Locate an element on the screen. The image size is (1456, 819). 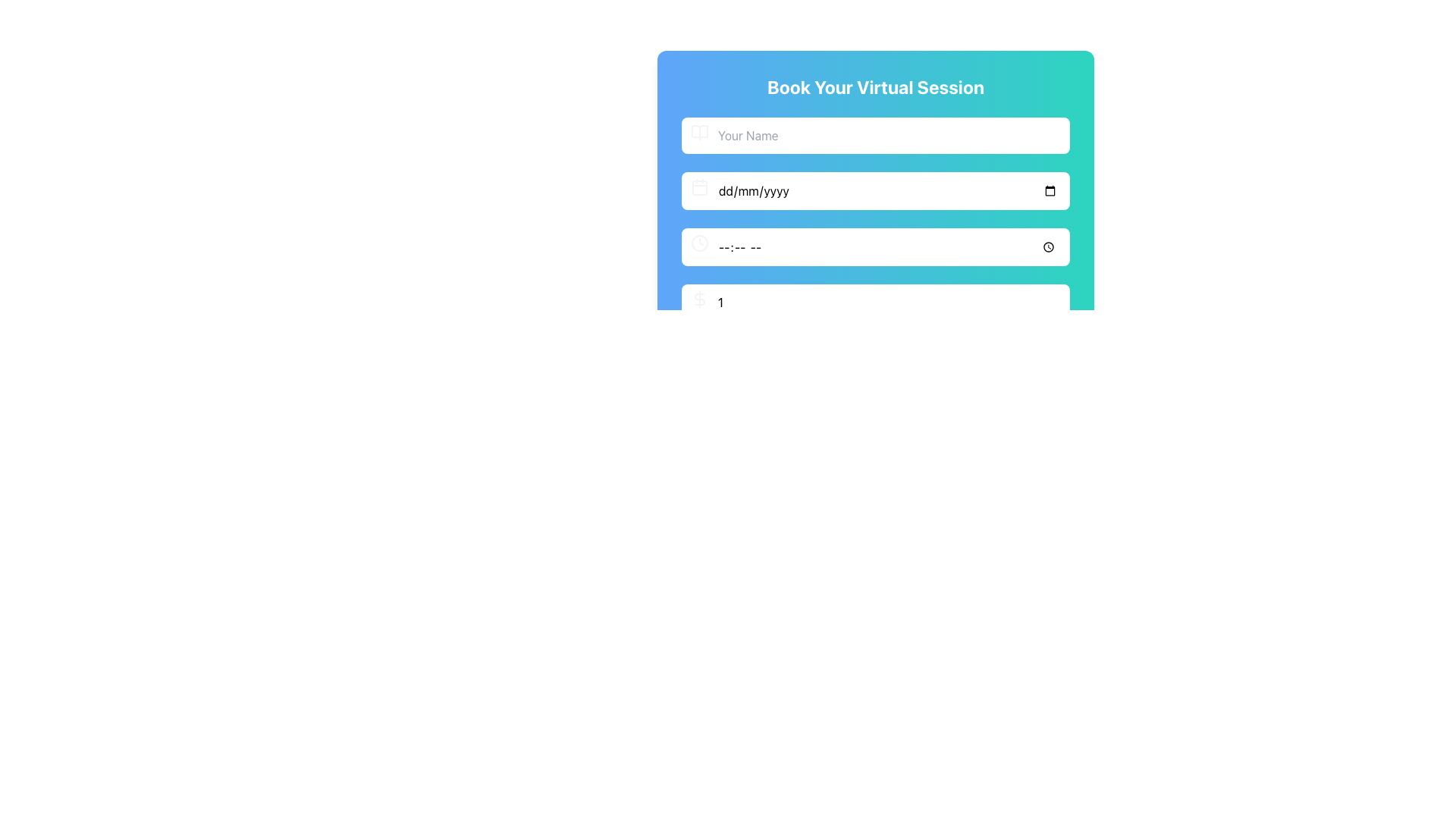
the date icon located to the left of the date input box is located at coordinates (698, 186).